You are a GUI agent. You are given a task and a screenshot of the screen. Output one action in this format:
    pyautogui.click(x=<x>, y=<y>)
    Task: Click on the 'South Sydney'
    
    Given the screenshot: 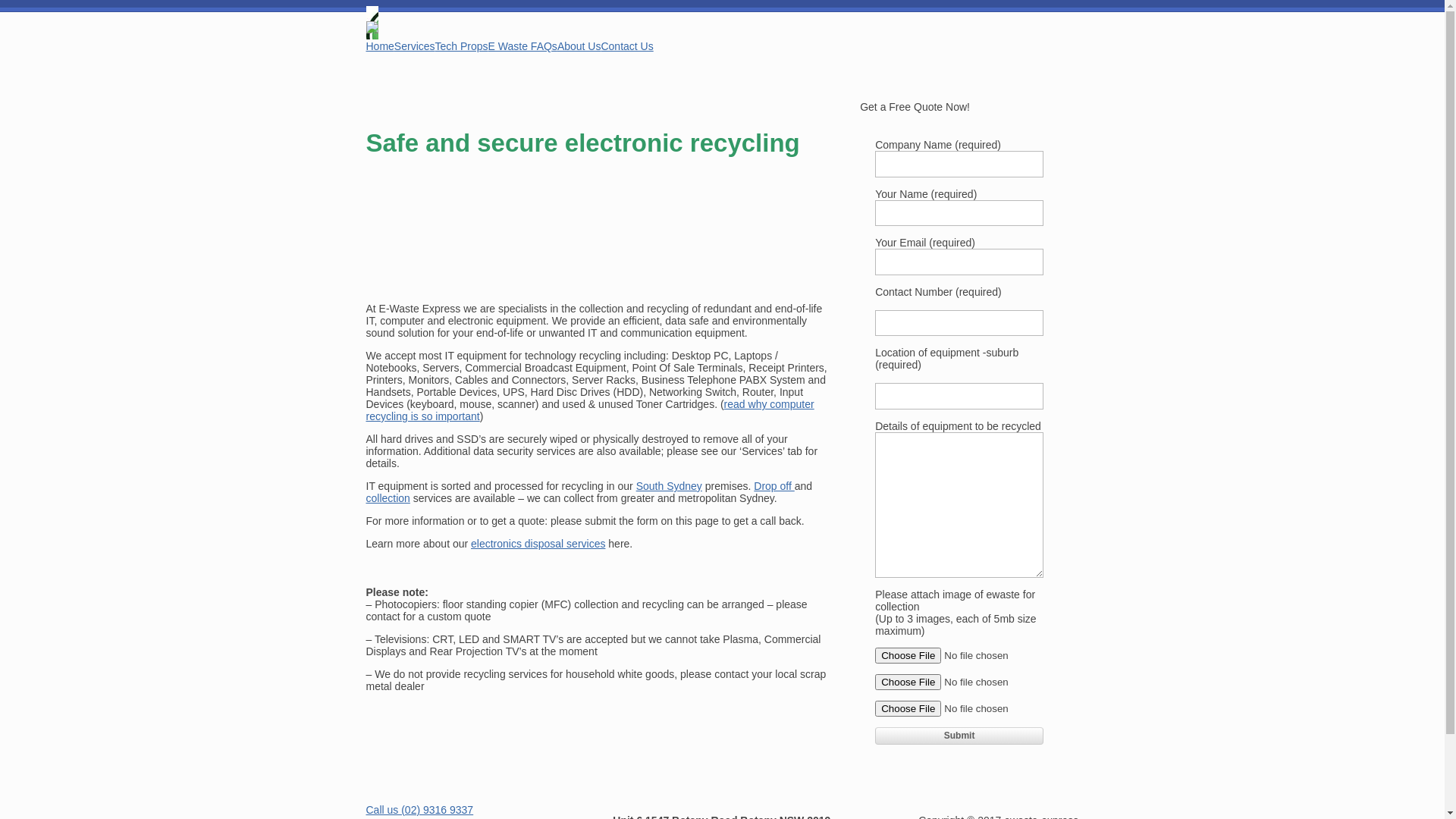 What is the action you would take?
    pyautogui.click(x=668, y=485)
    